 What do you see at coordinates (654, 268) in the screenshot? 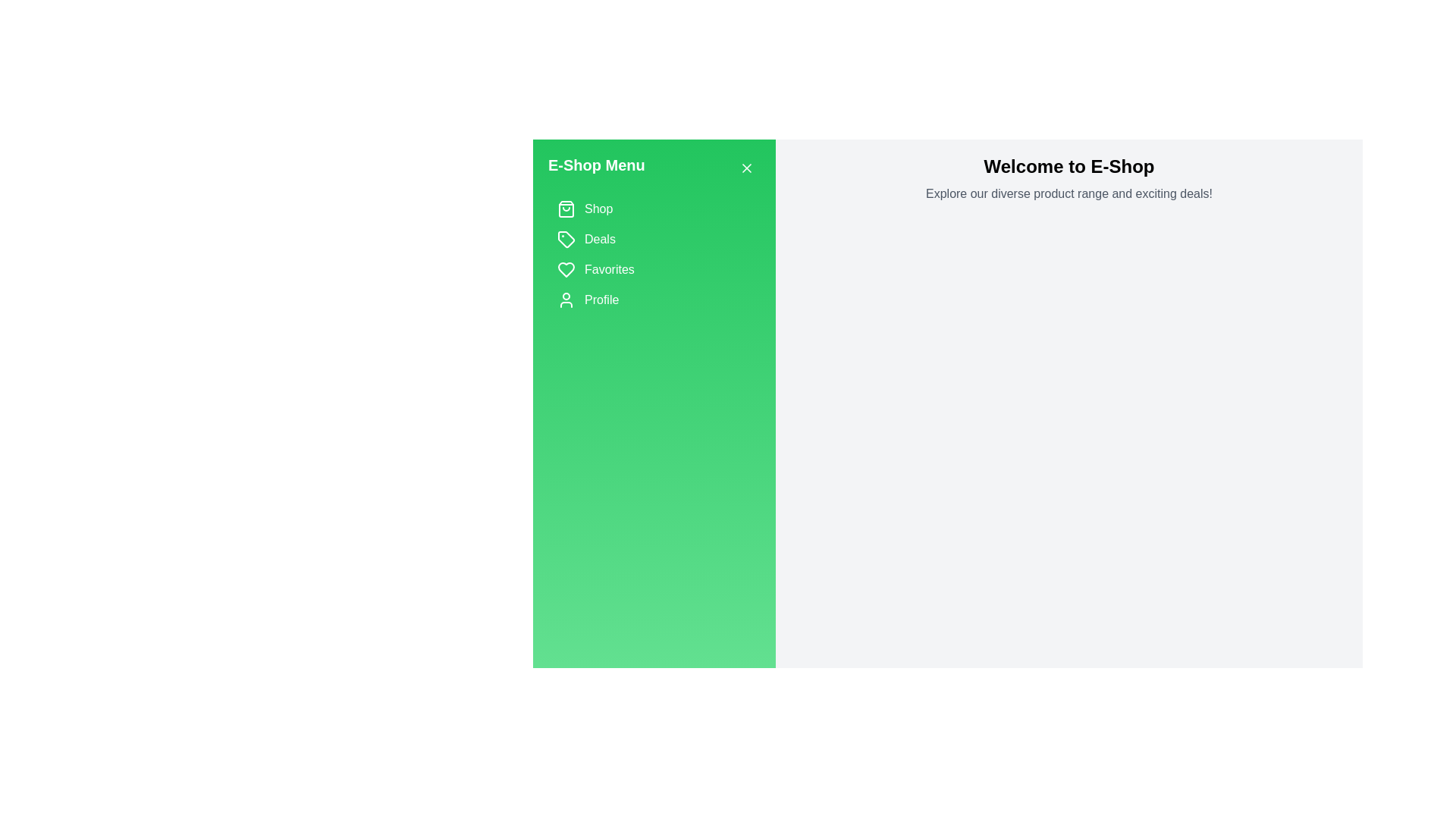
I see `the category item labeled Favorites to highlight it` at bounding box center [654, 268].